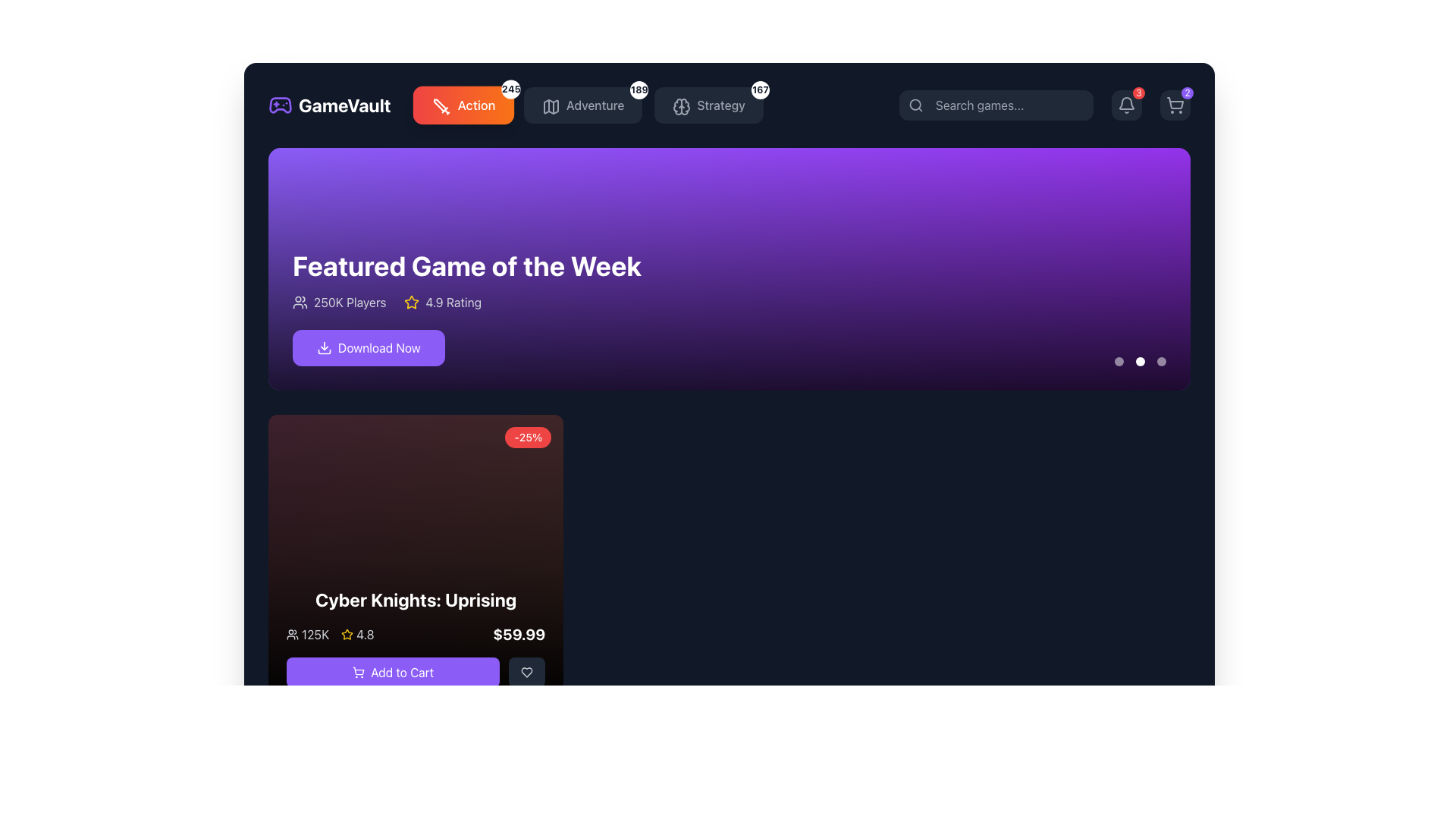  What do you see at coordinates (1175, 102) in the screenshot?
I see `the main body of the shopping cart icon within the SVG graphic located near the top-right corner of the layout` at bounding box center [1175, 102].